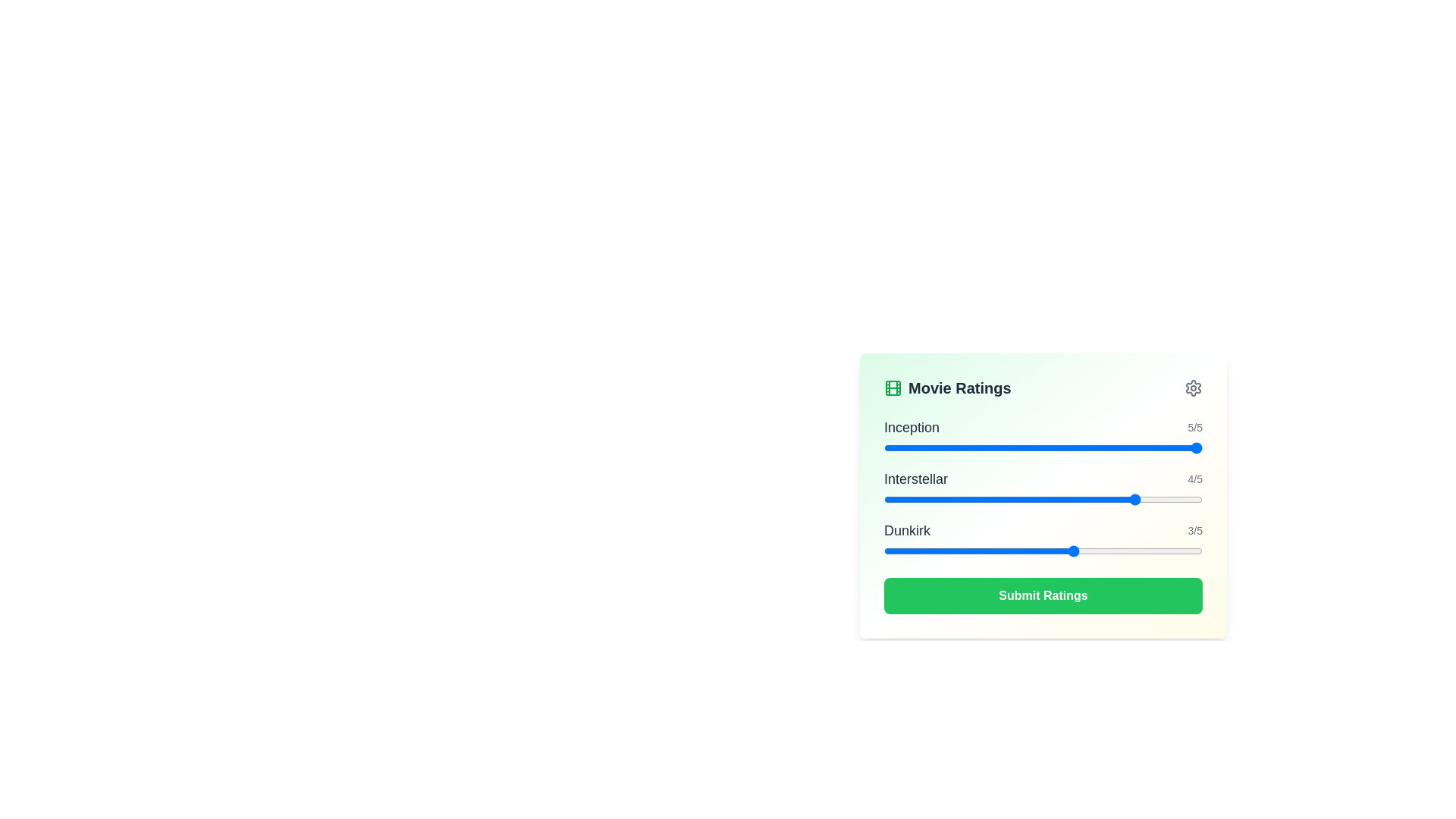  Describe the element at coordinates (1043, 595) in the screenshot. I see `the submit button for movie ratings, which is located at the bottom of the 'Movie Ratings' panel` at that location.